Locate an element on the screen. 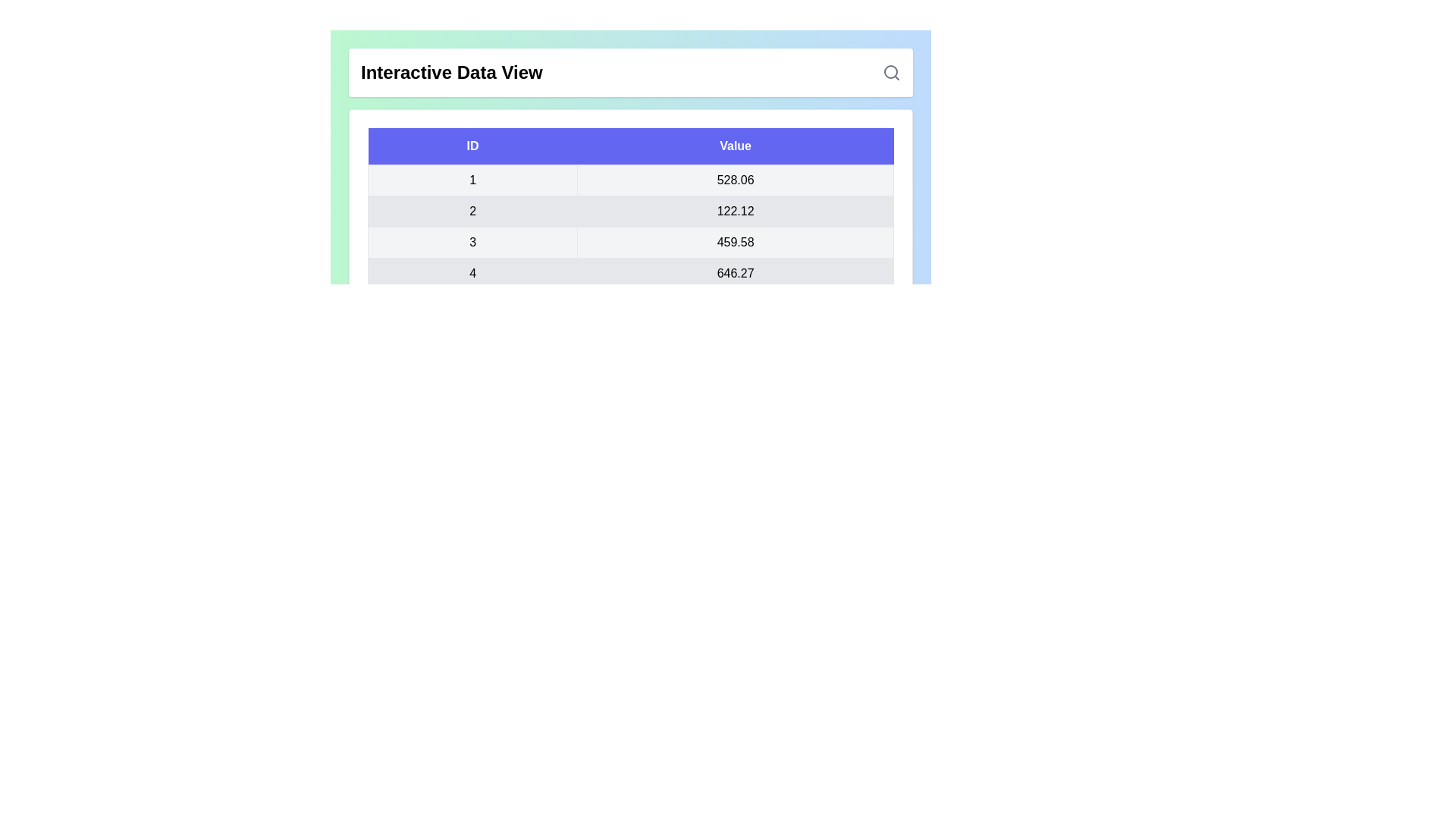 The height and width of the screenshot is (819, 1456). the column header ID to sort the table is located at coordinates (472, 146).